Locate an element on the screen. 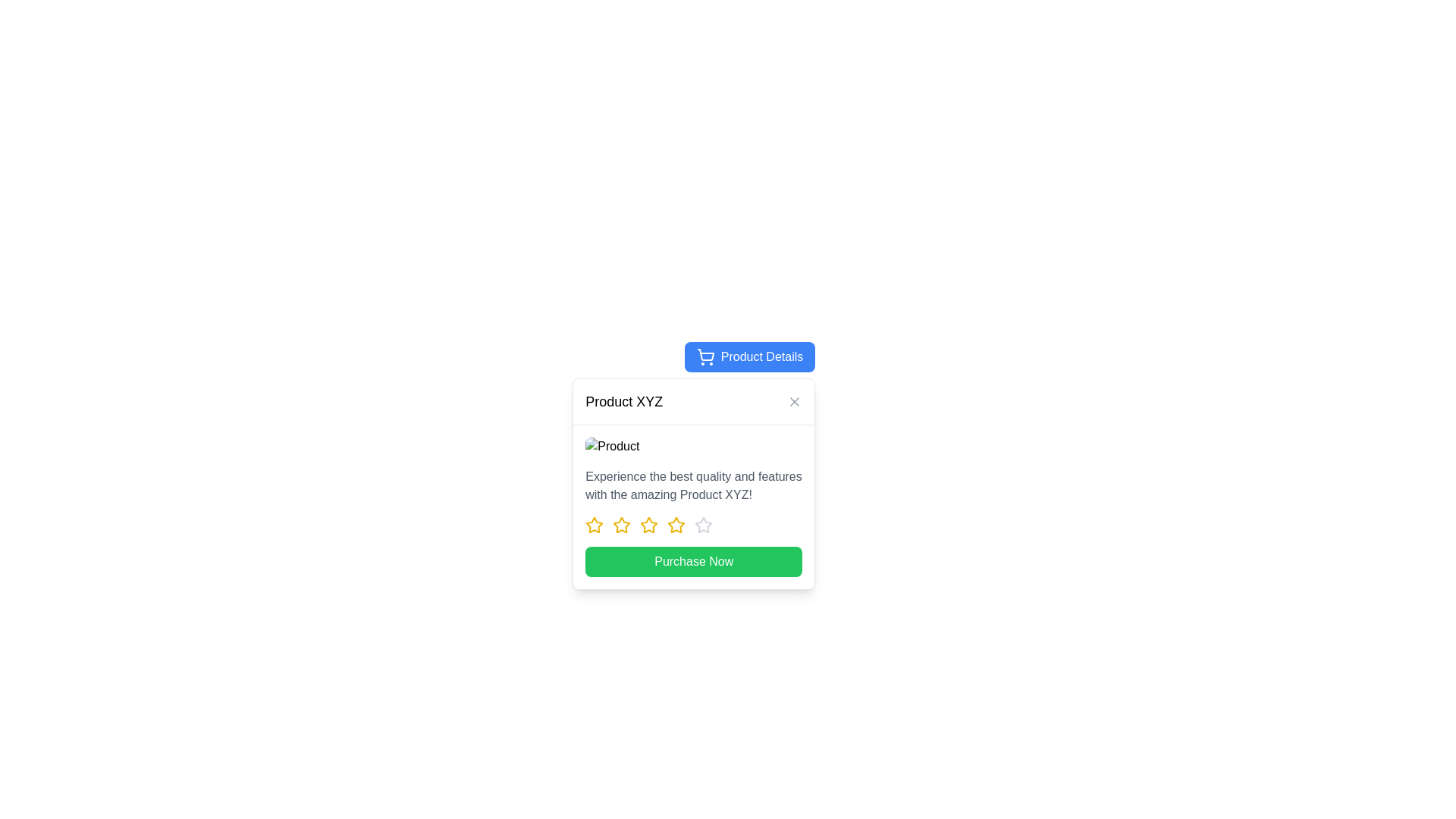 The image size is (1456, 819). each star in the rating display, which shows a 4 out of 5 stars rating is located at coordinates (693, 525).